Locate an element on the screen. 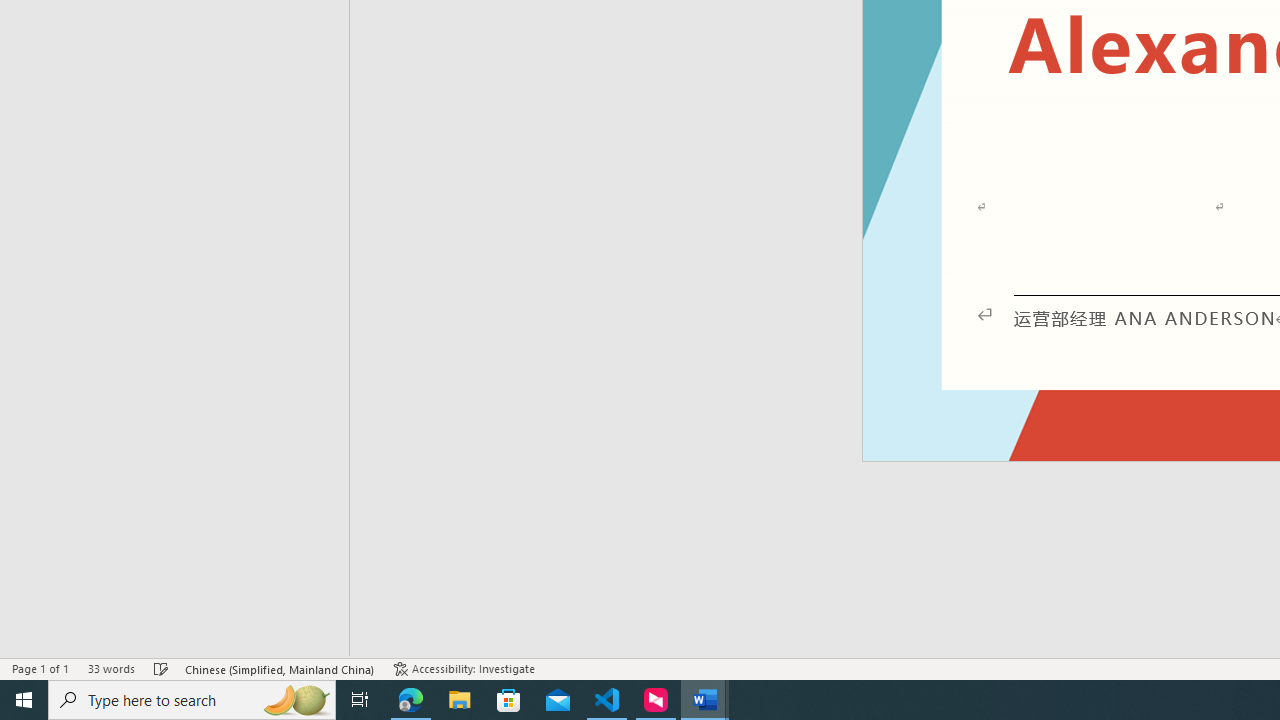 Image resolution: width=1280 pixels, height=720 pixels. 'Spelling and Grammar Check Checking' is located at coordinates (161, 669).